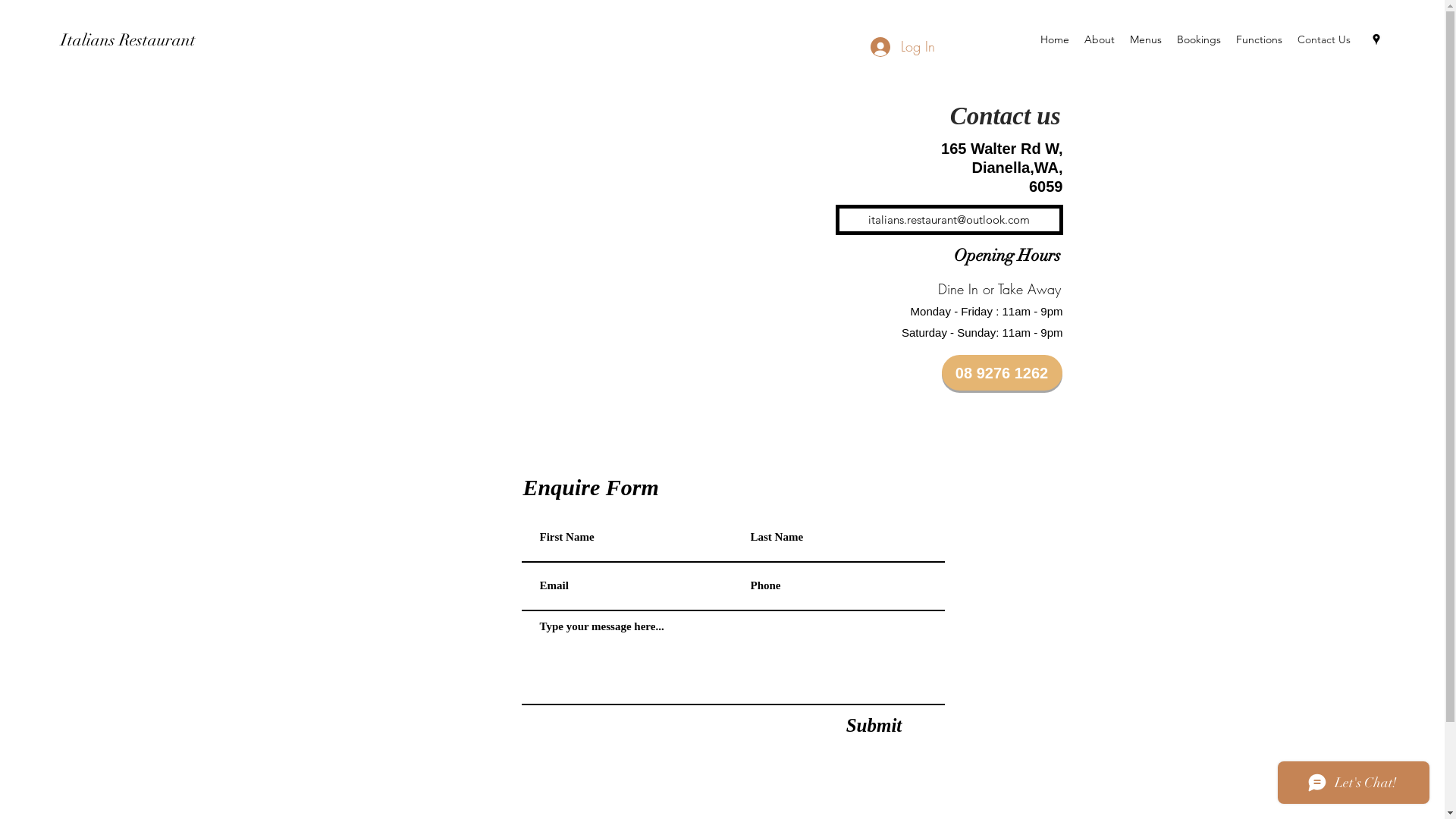  I want to click on 'Functions', so click(1259, 38).